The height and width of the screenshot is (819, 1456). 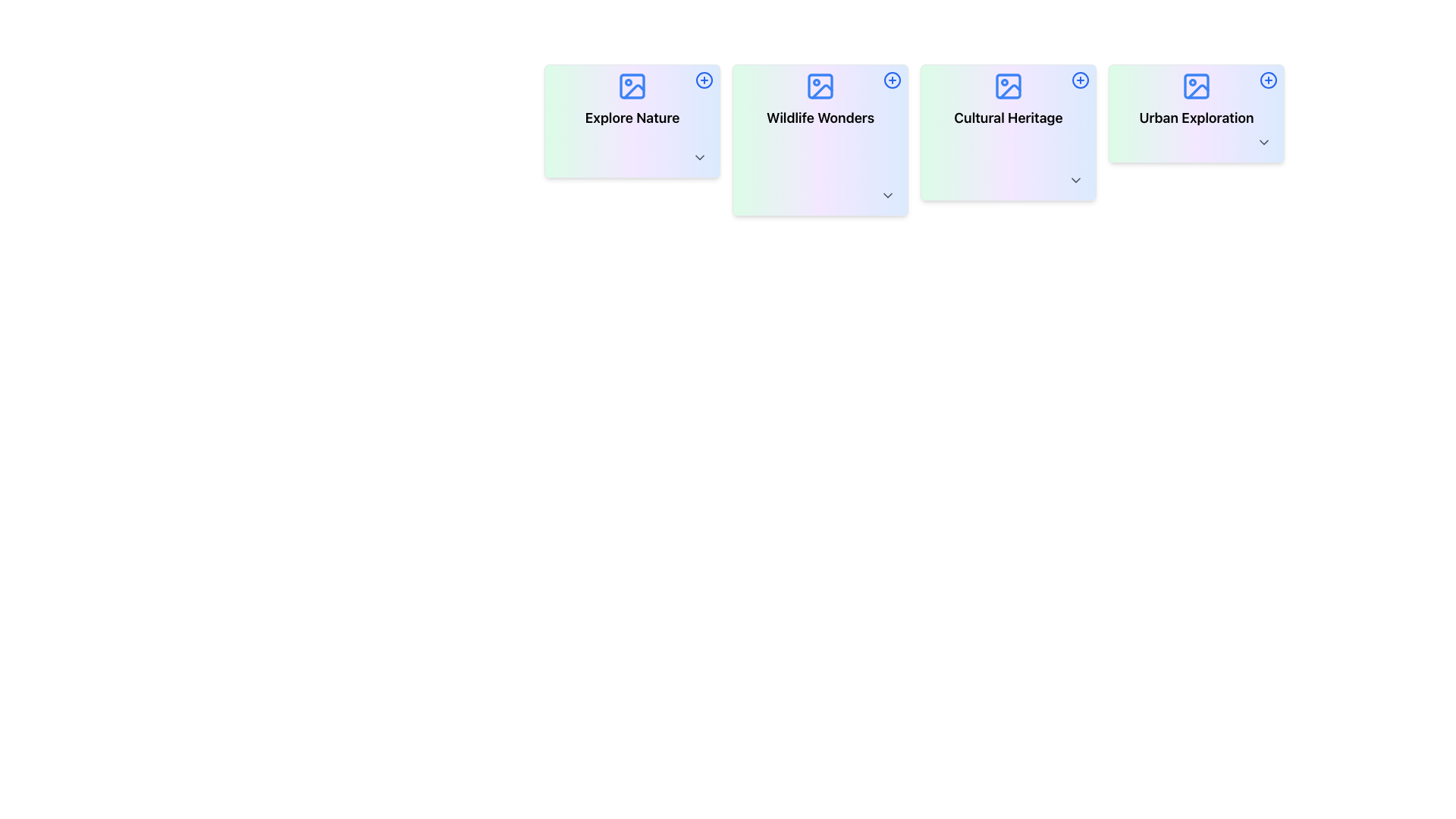 What do you see at coordinates (1197, 91) in the screenshot?
I see `the visual decoration element of the 'Urban Exploration' card, located in the header area to the right of three other cards` at bounding box center [1197, 91].